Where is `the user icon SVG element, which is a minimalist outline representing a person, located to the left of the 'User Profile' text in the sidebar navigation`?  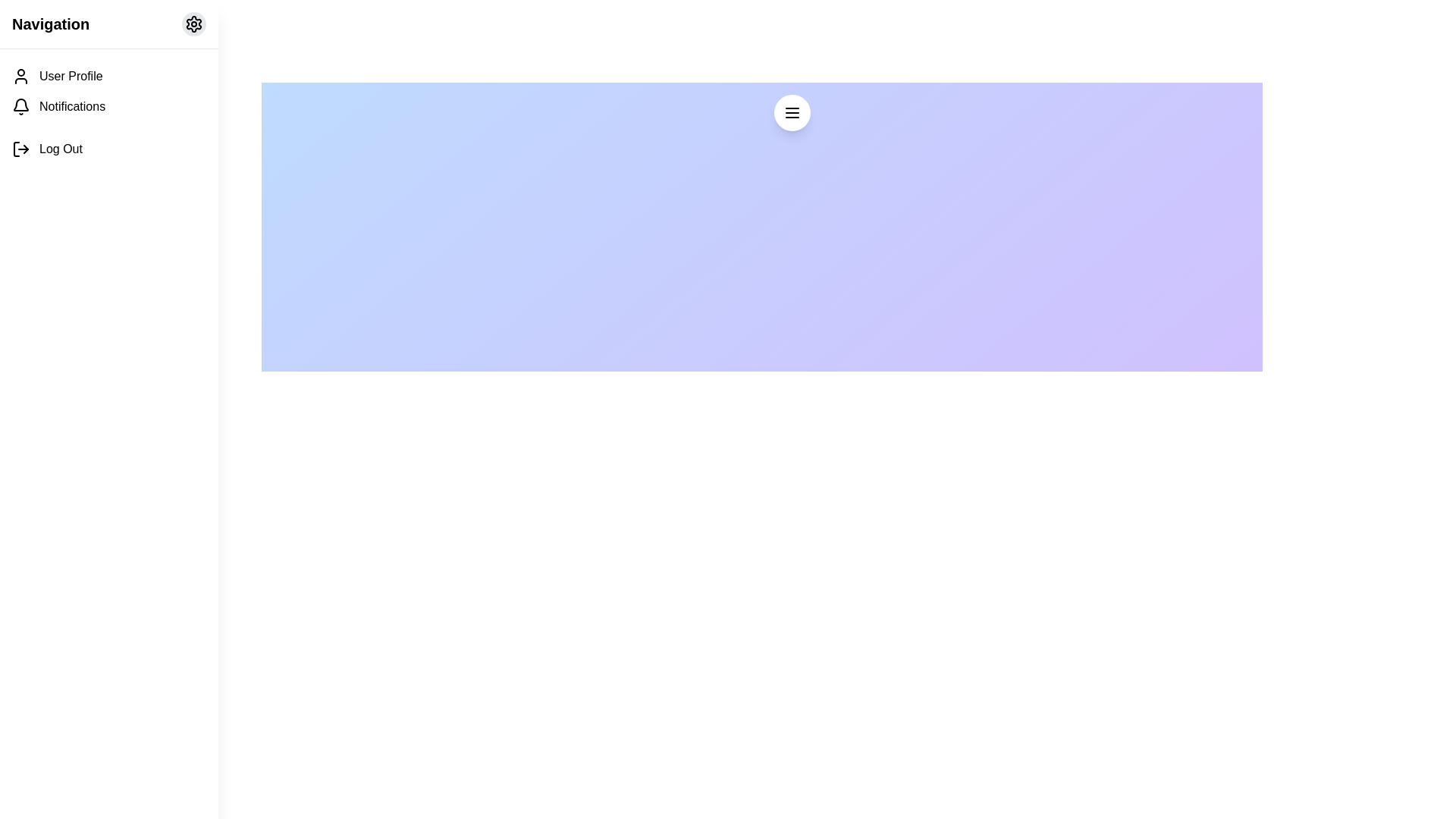 the user icon SVG element, which is a minimalist outline representing a person, located to the left of the 'User Profile' text in the sidebar navigation is located at coordinates (21, 76).